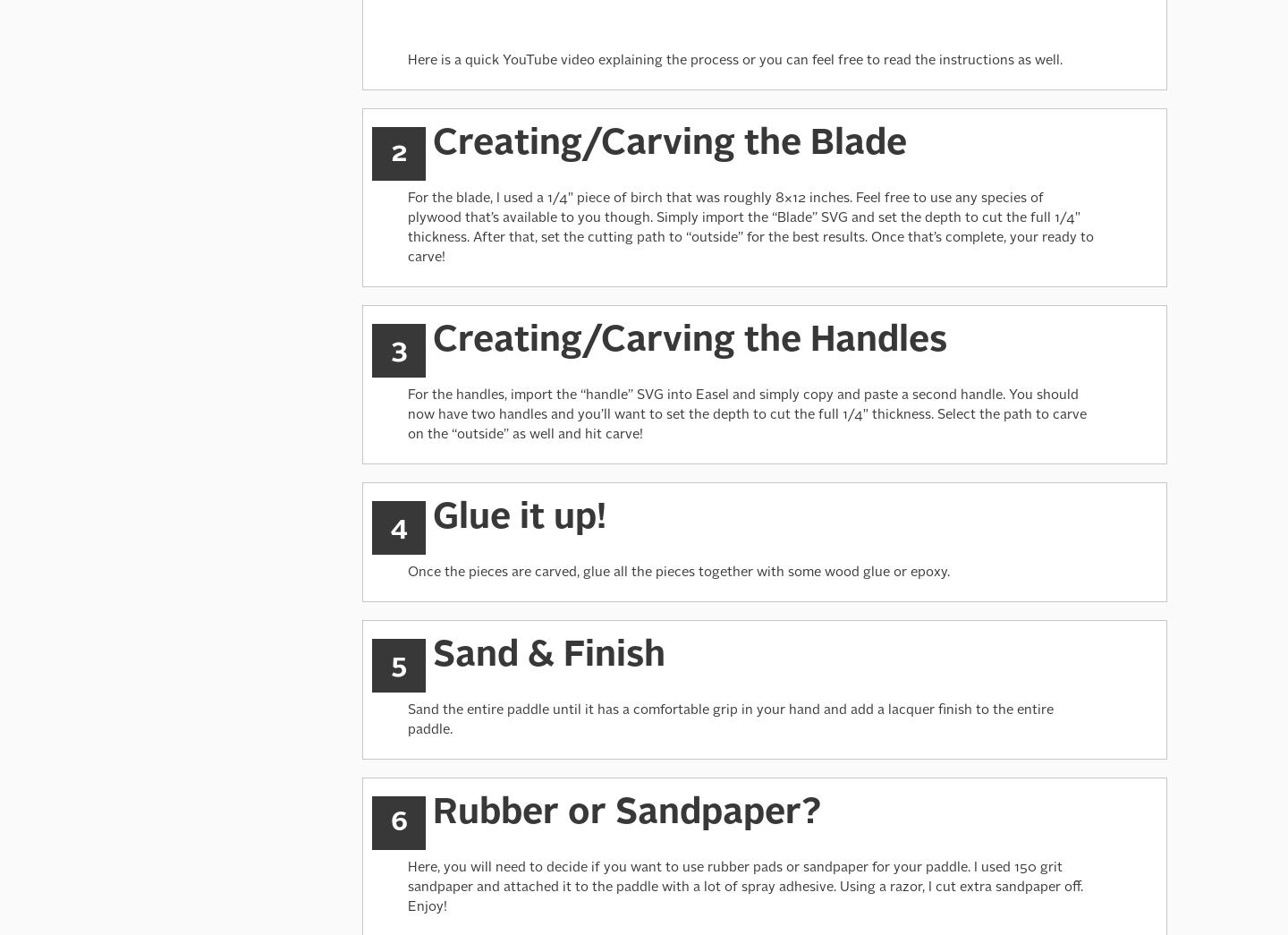 The image size is (1288, 935). I want to click on 'Glue it up!', so click(520, 518).